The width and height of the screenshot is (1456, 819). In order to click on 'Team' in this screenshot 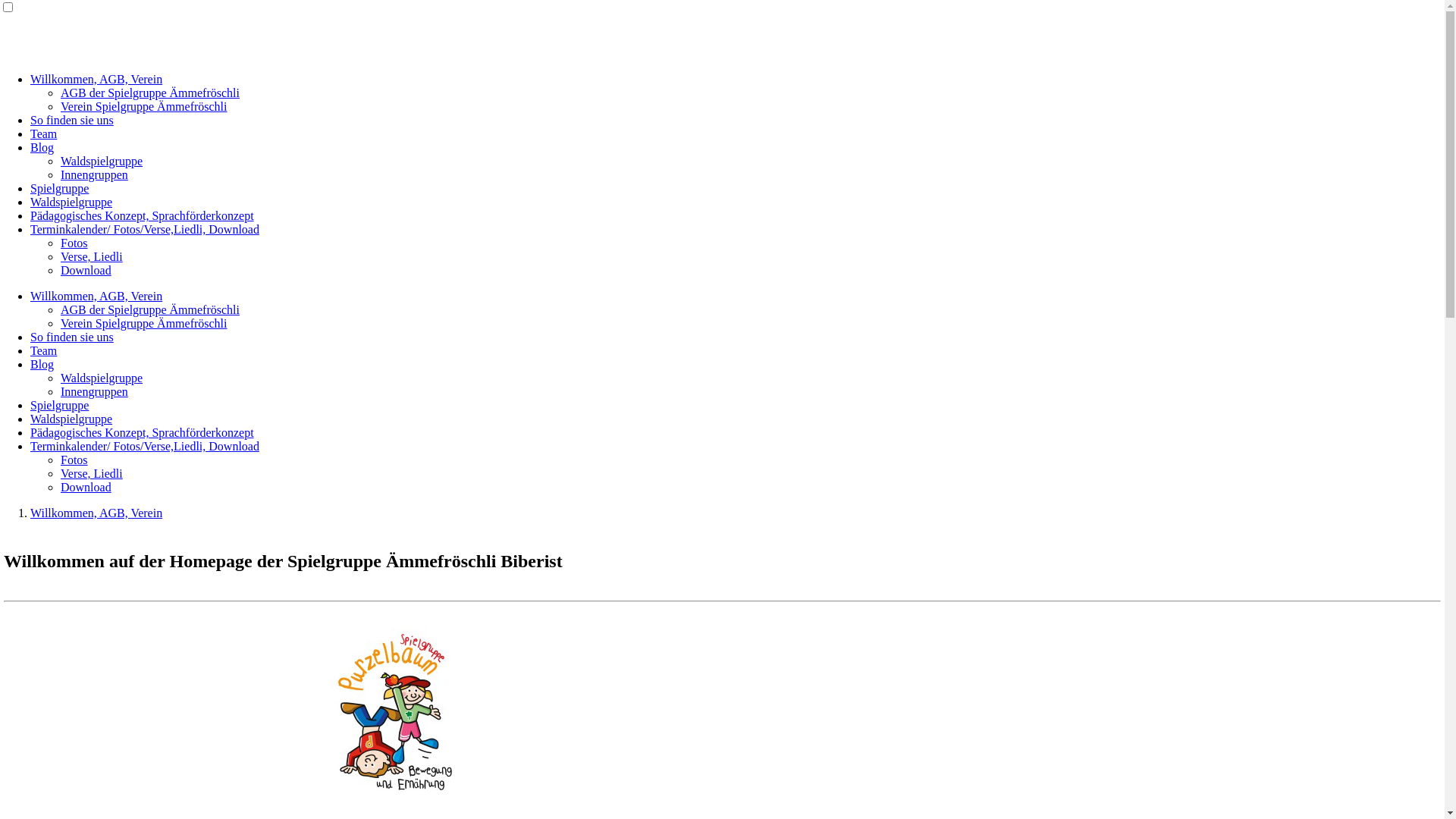, I will do `click(43, 133)`.